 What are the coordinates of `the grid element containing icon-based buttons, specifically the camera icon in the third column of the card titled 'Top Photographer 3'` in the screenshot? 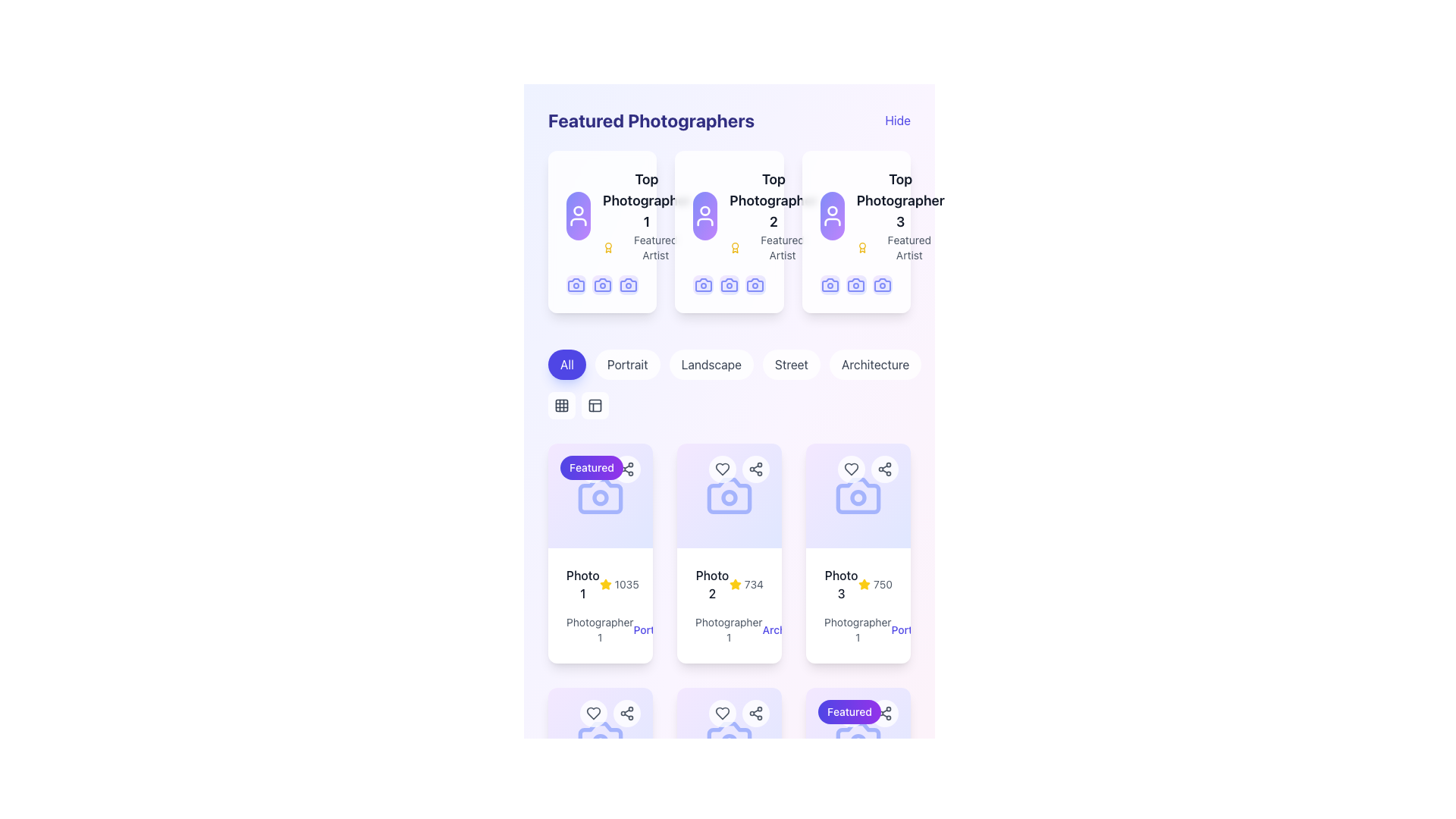 It's located at (856, 285).